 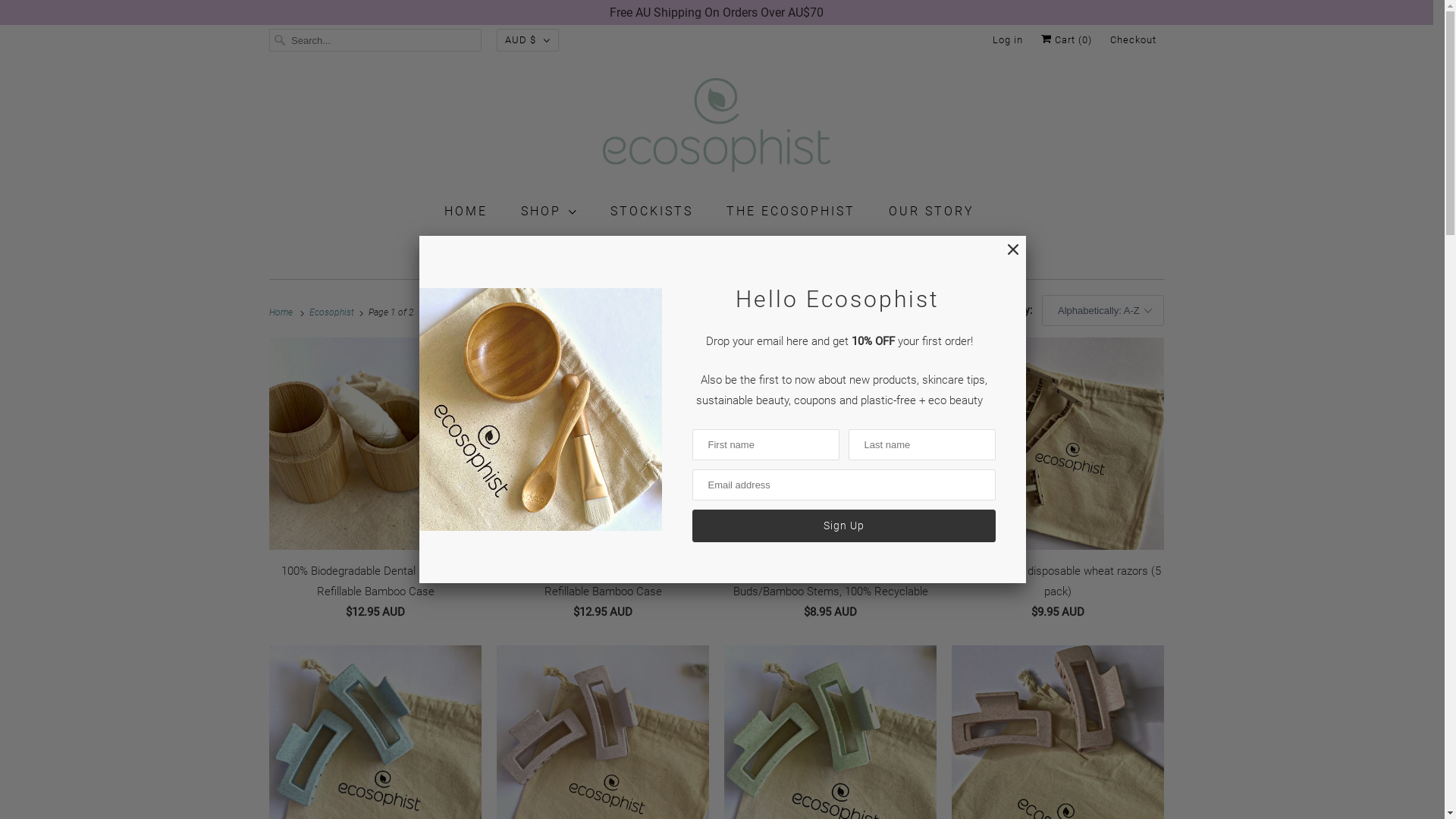 What do you see at coordinates (993, 39) in the screenshot?
I see `'Log in'` at bounding box center [993, 39].